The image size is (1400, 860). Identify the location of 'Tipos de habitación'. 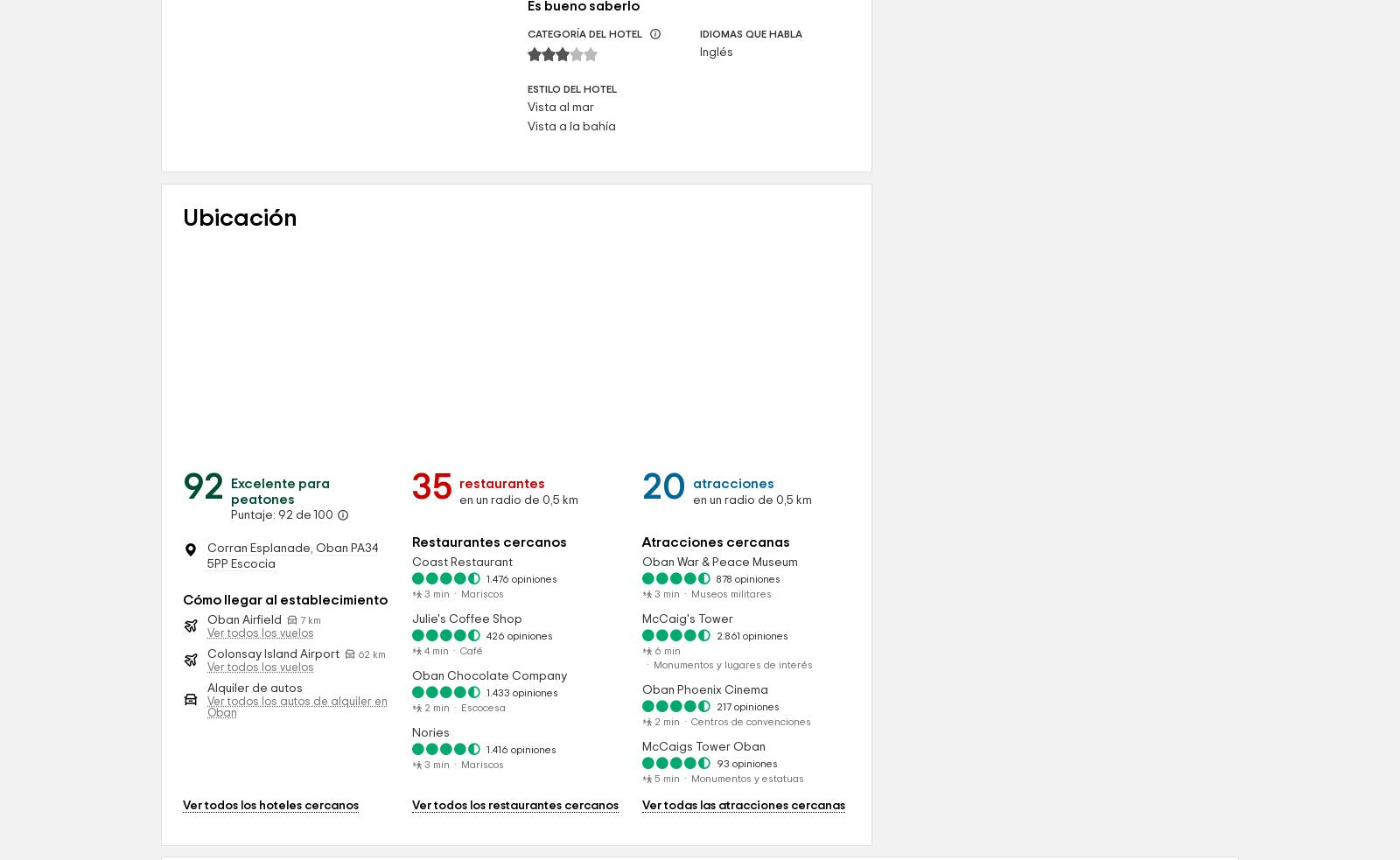
(591, 47).